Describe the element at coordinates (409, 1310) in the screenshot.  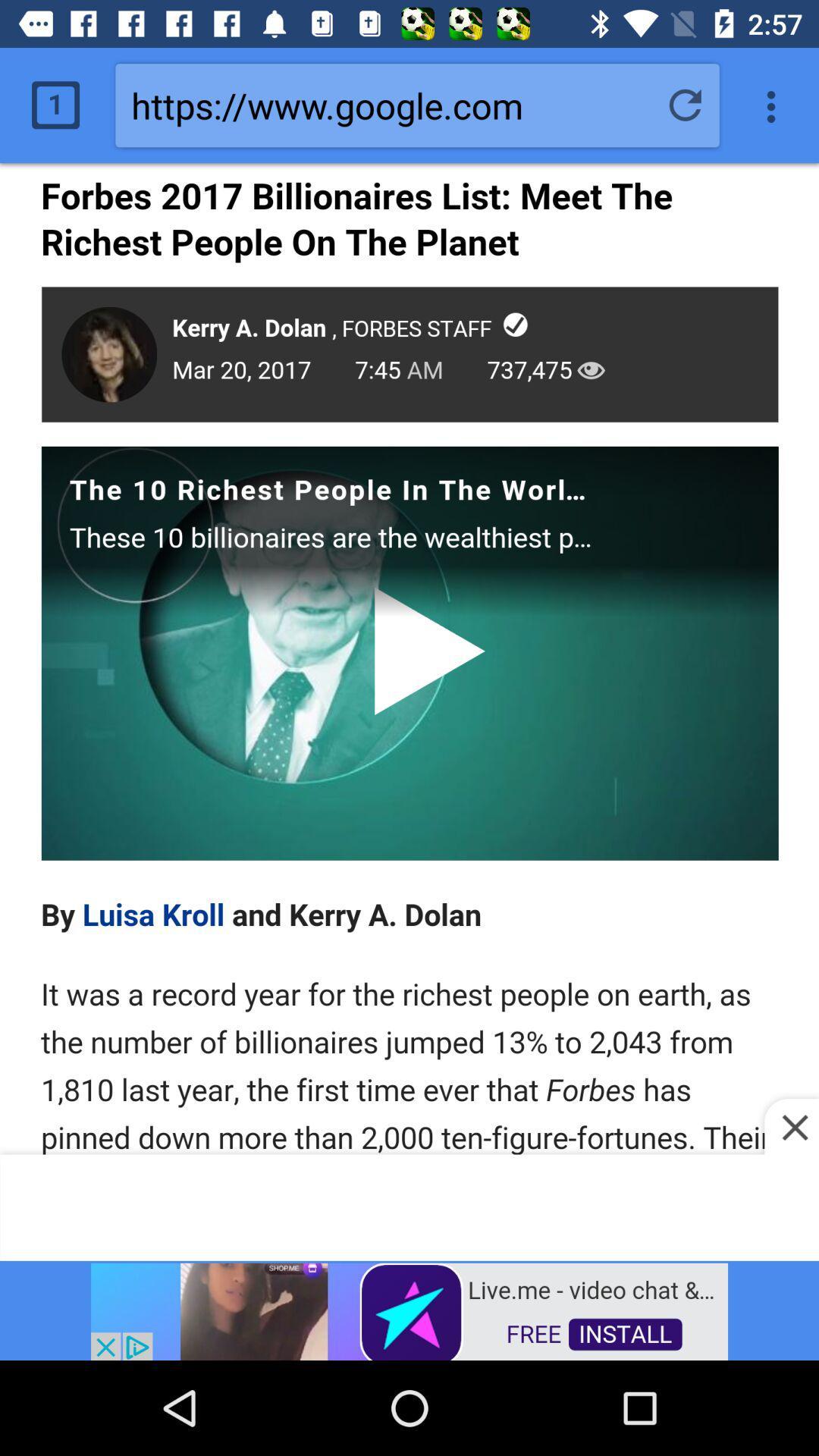
I see `opens the advertisement` at that location.